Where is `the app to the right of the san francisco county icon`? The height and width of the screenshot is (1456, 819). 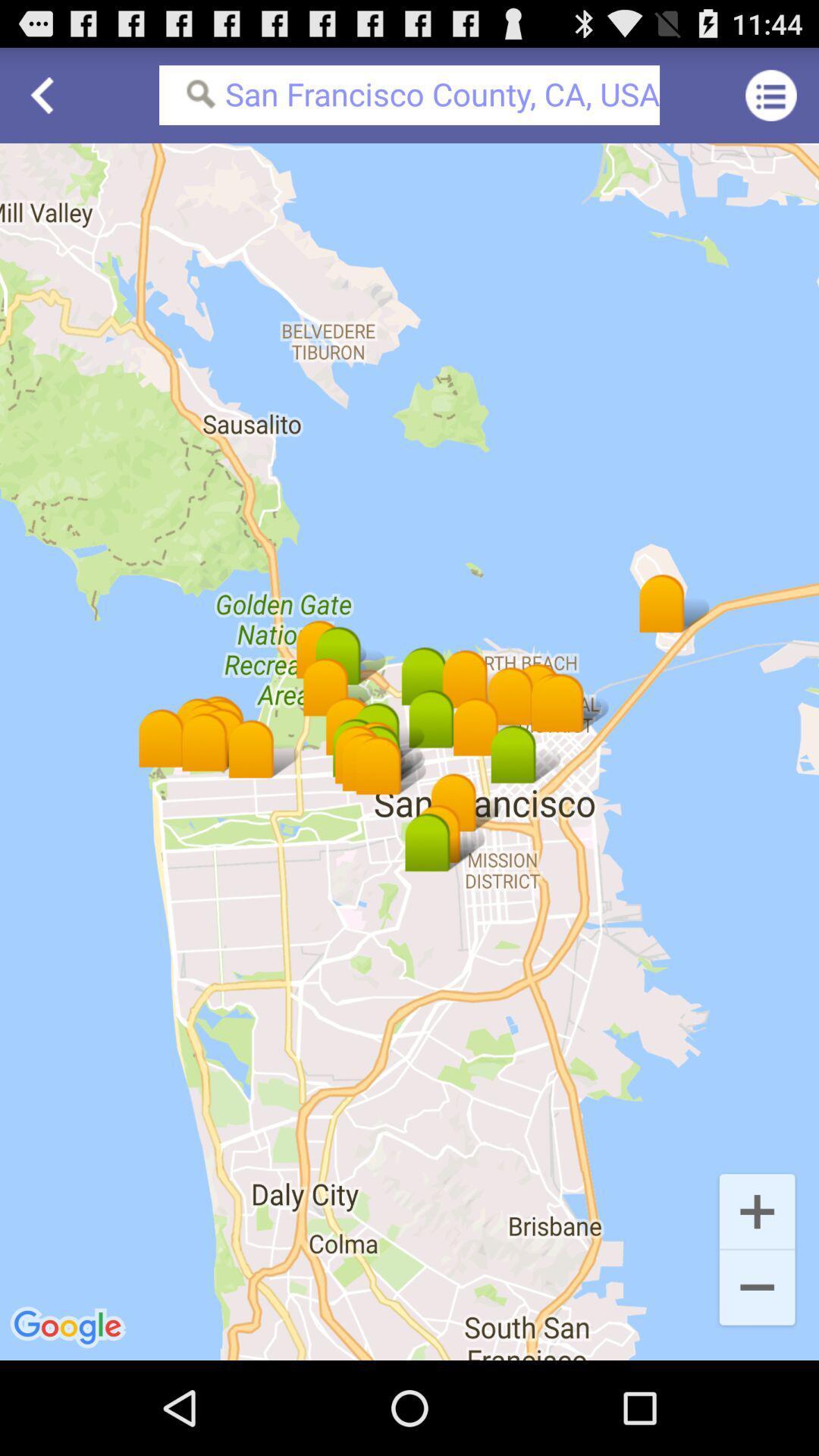
the app to the right of the san francisco county icon is located at coordinates (771, 94).